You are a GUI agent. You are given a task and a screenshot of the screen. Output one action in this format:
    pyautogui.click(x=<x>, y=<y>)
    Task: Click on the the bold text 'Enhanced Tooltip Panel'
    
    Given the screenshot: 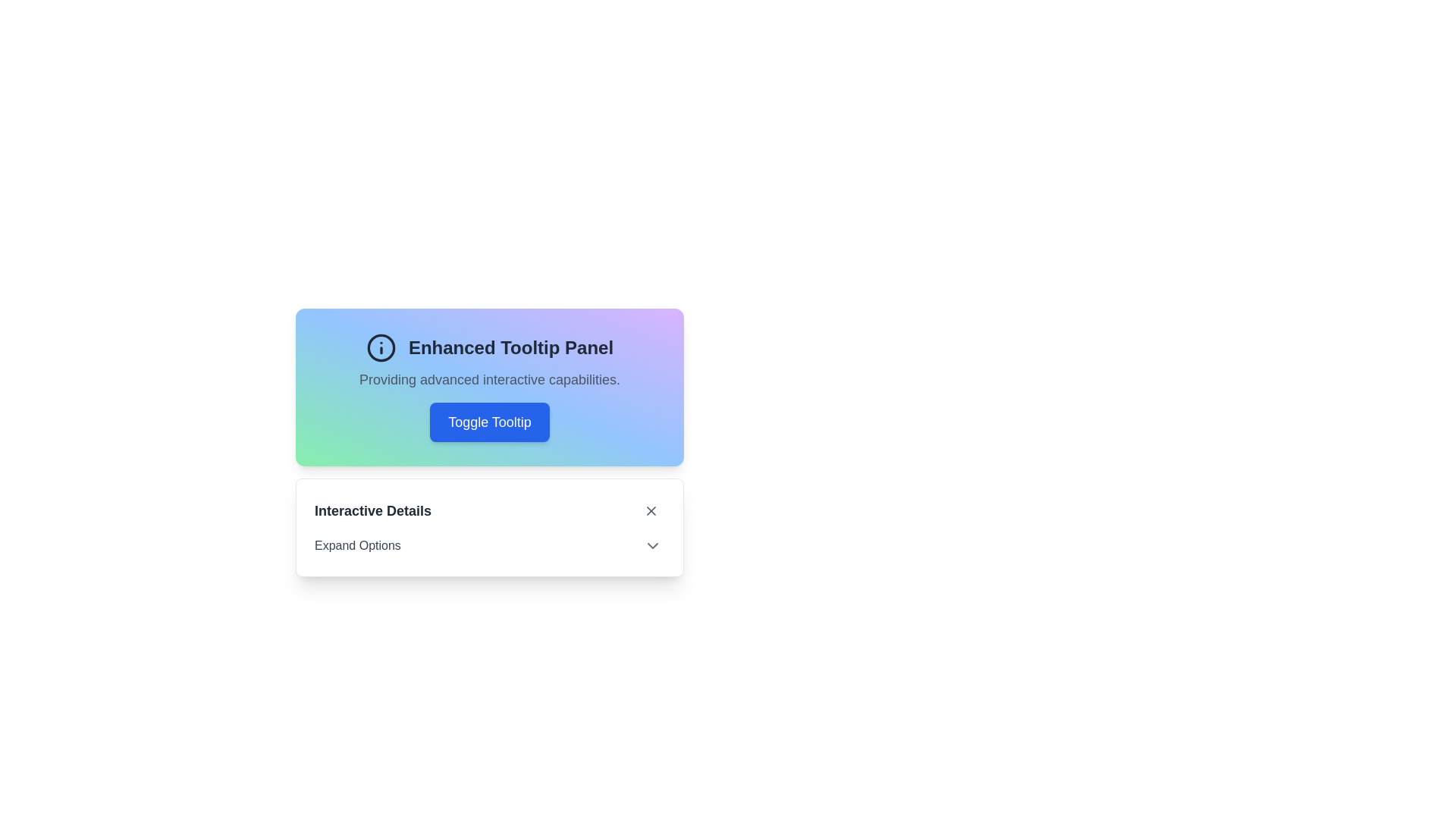 What is the action you would take?
    pyautogui.click(x=490, y=348)
    